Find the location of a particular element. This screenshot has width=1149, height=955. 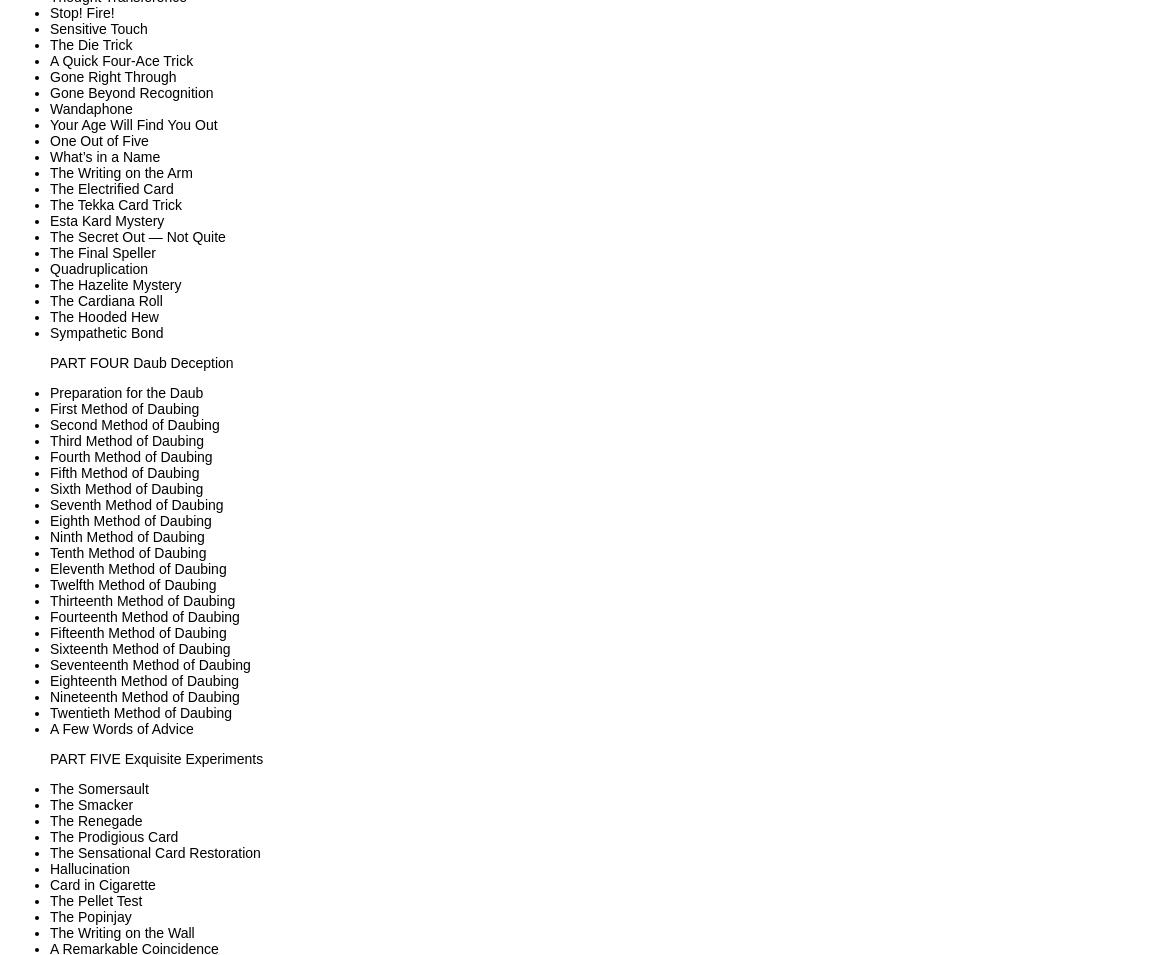

'The Final Speller' is located at coordinates (101, 252).